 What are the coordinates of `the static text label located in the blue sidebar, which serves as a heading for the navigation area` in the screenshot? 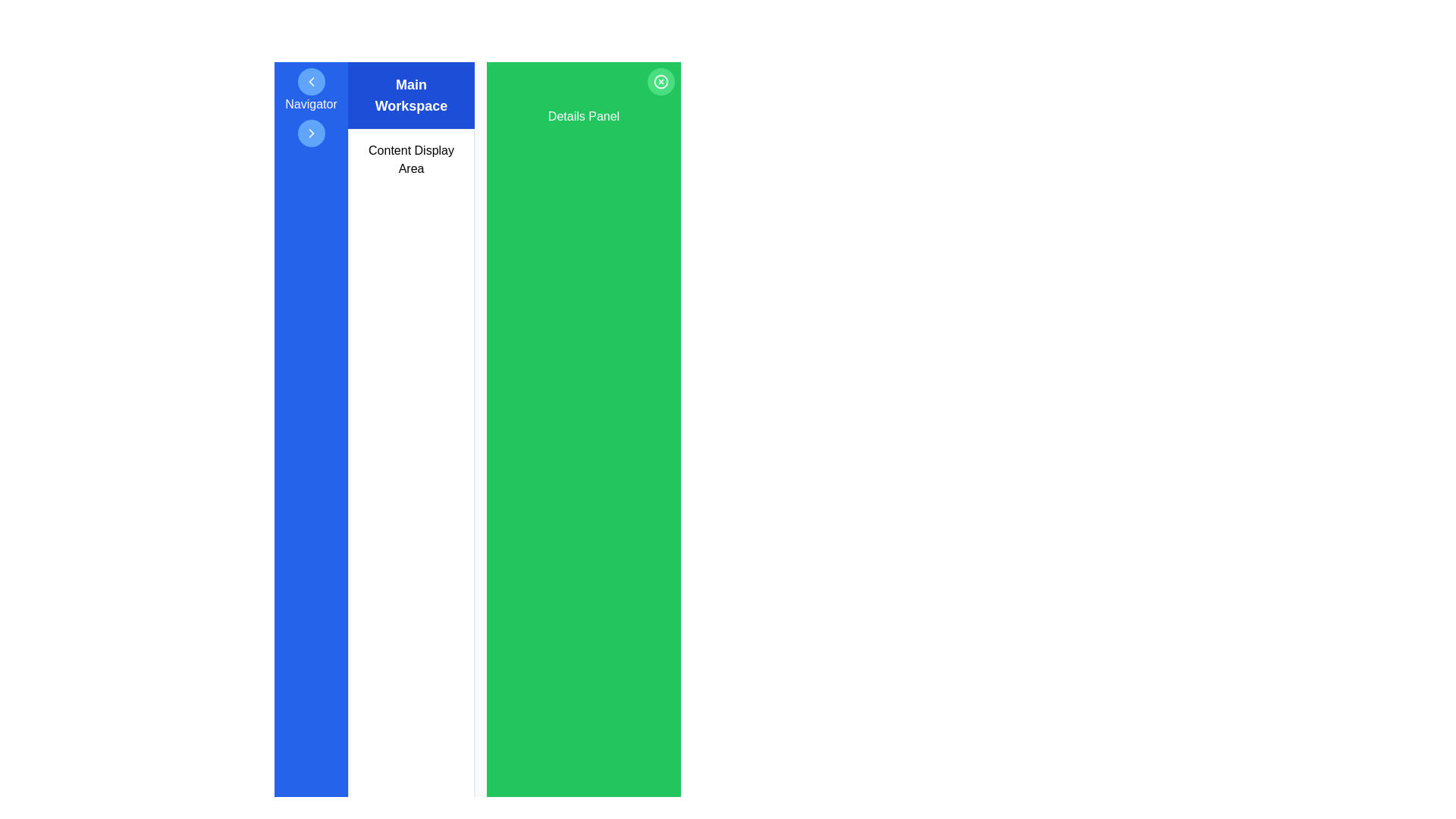 It's located at (310, 104).